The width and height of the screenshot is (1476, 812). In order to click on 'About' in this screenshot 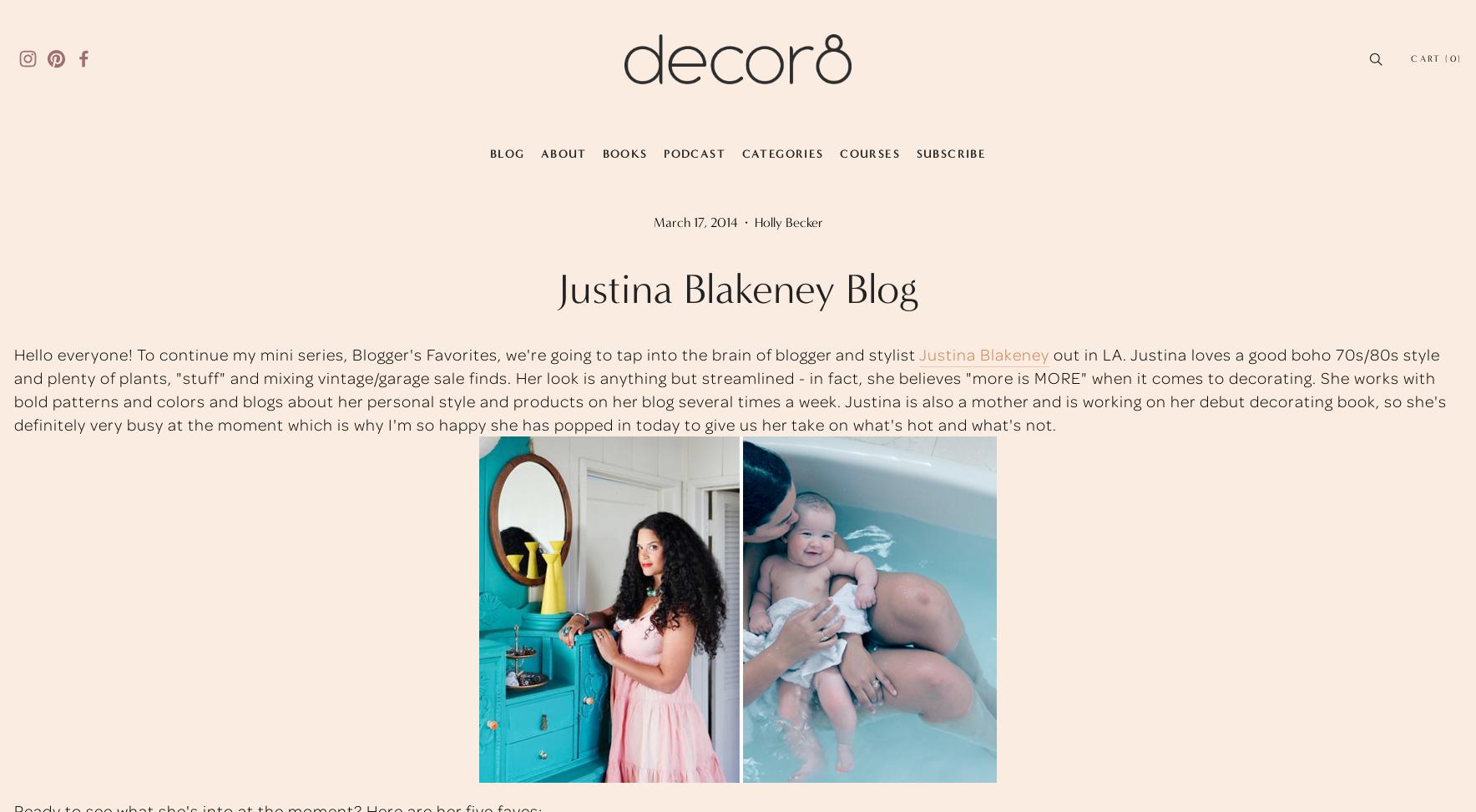, I will do `click(564, 153)`.